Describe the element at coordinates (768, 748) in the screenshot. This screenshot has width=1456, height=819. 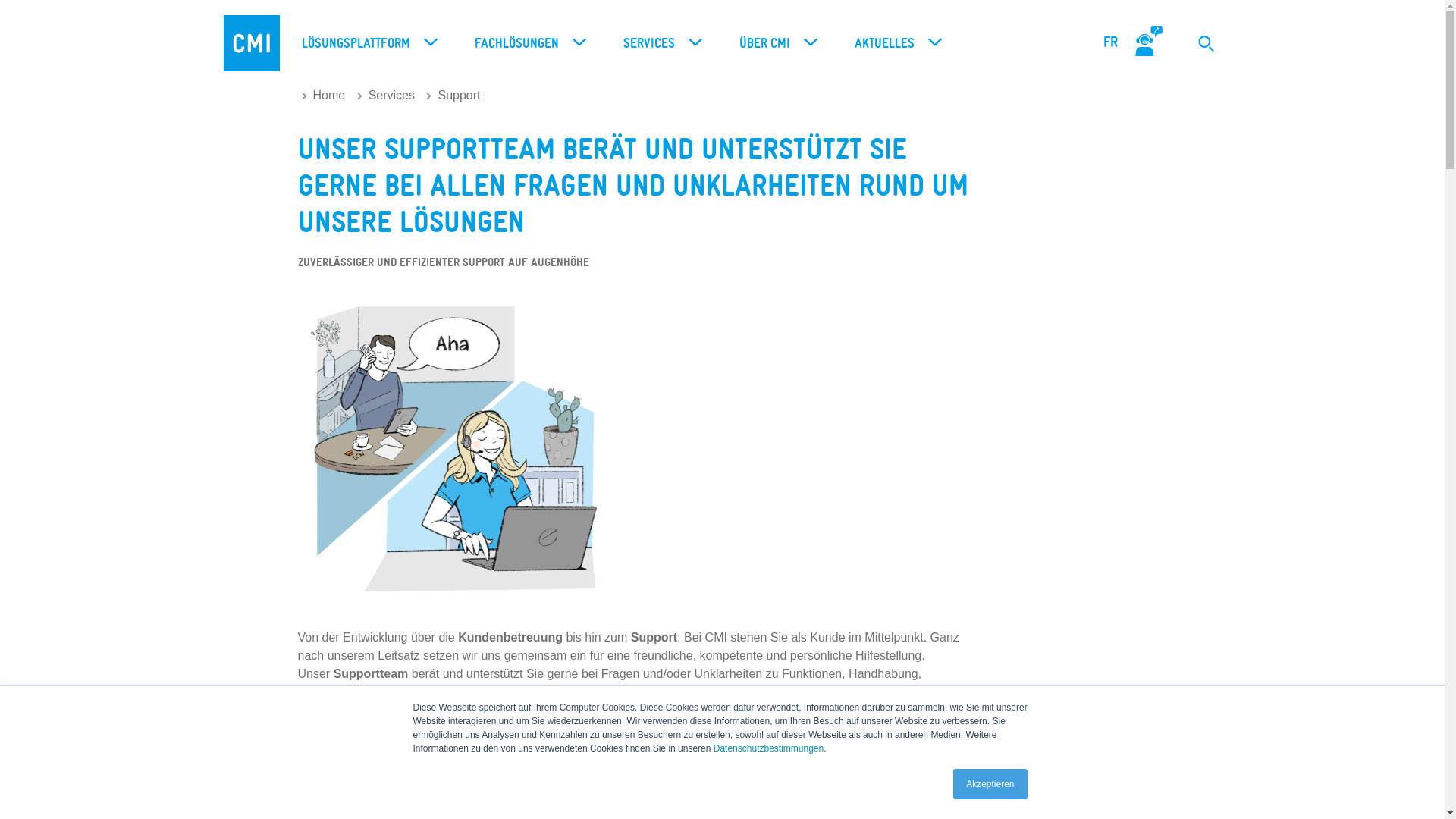
I see `'Datenschutzbestimmungen'` at that location.